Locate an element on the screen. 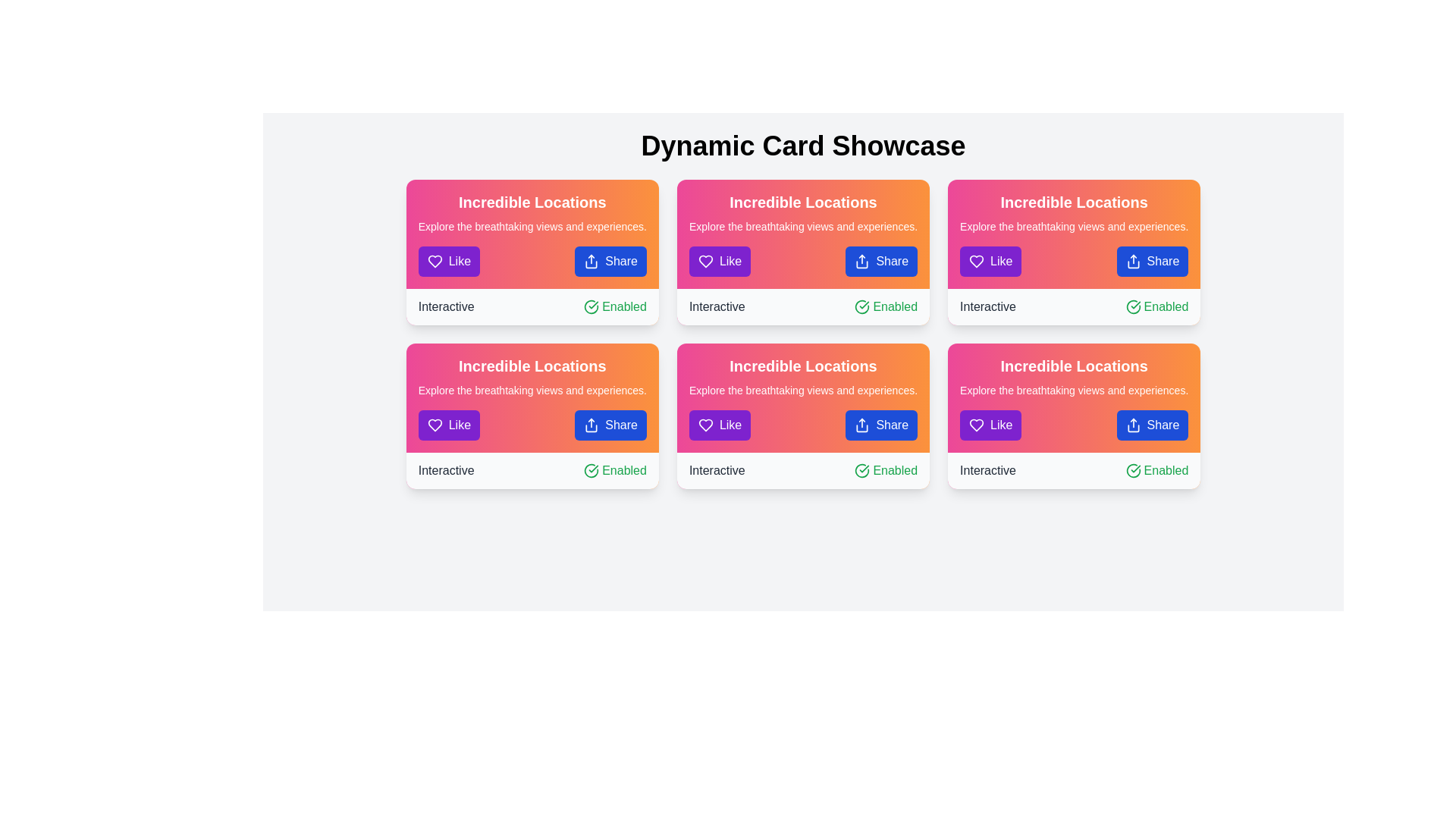 This screenshot has height=819, width=1456. informational text label located in the top row of the card grid, specifically the third card from the left, positioned beneath the 'Like' and 'Share' buttons is located at coordinates (987, 307).